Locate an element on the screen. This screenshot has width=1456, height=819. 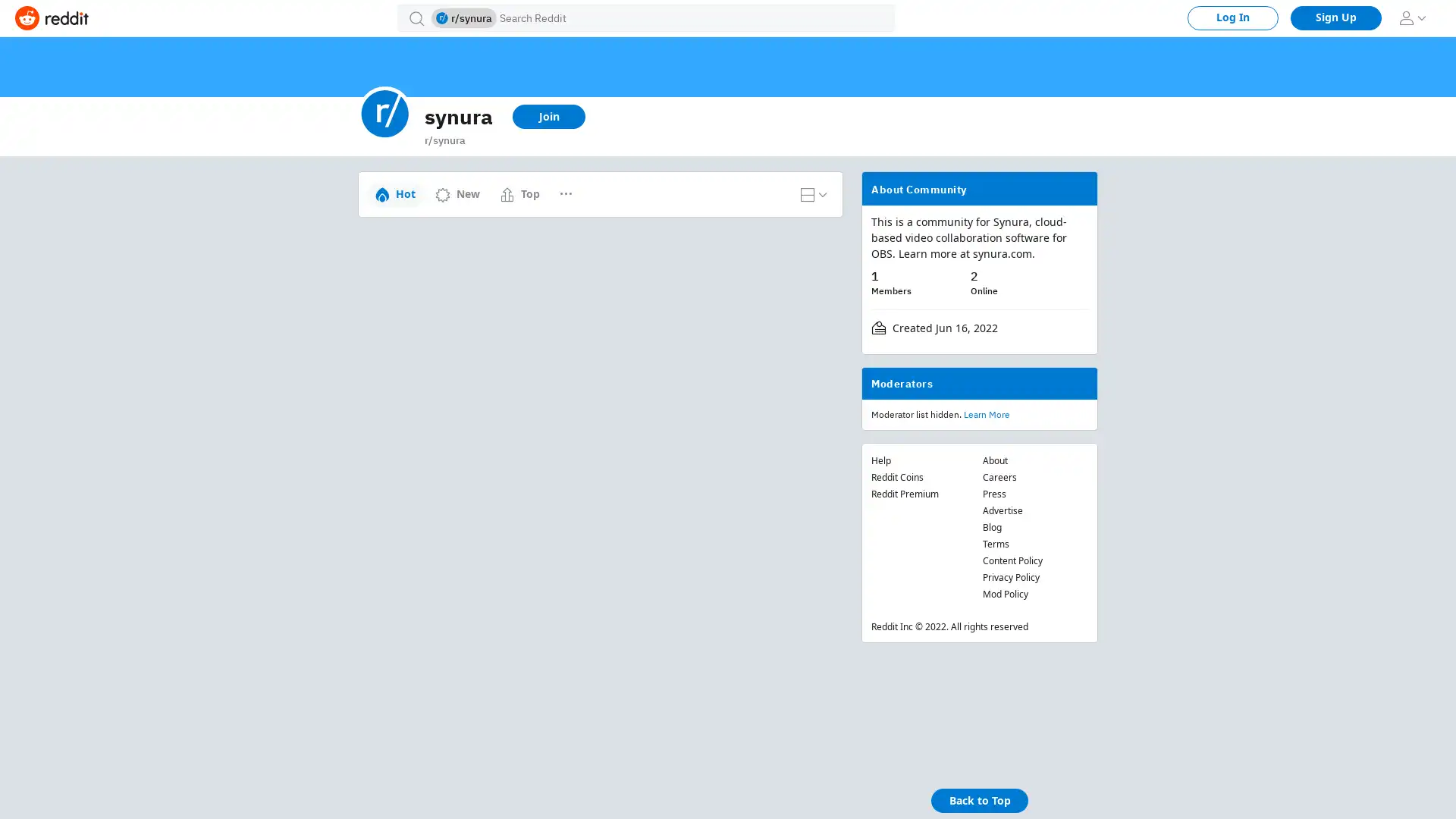
upvote is located at coordinates (374, 245).